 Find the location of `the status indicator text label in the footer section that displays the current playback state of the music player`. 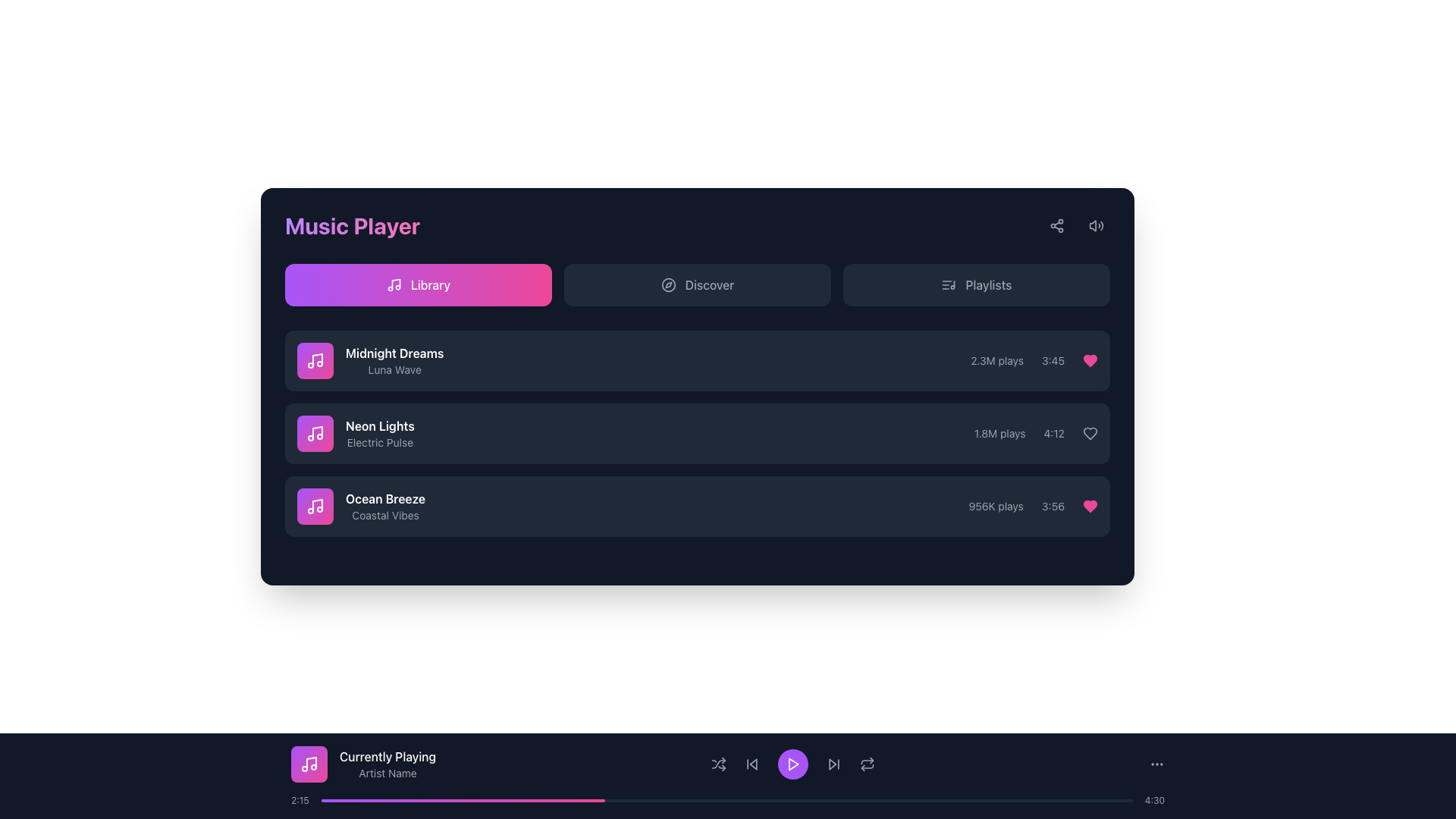

the status indicator text label in the footer section that displays the current playback state of the music player is located at coordinates (388, 757).